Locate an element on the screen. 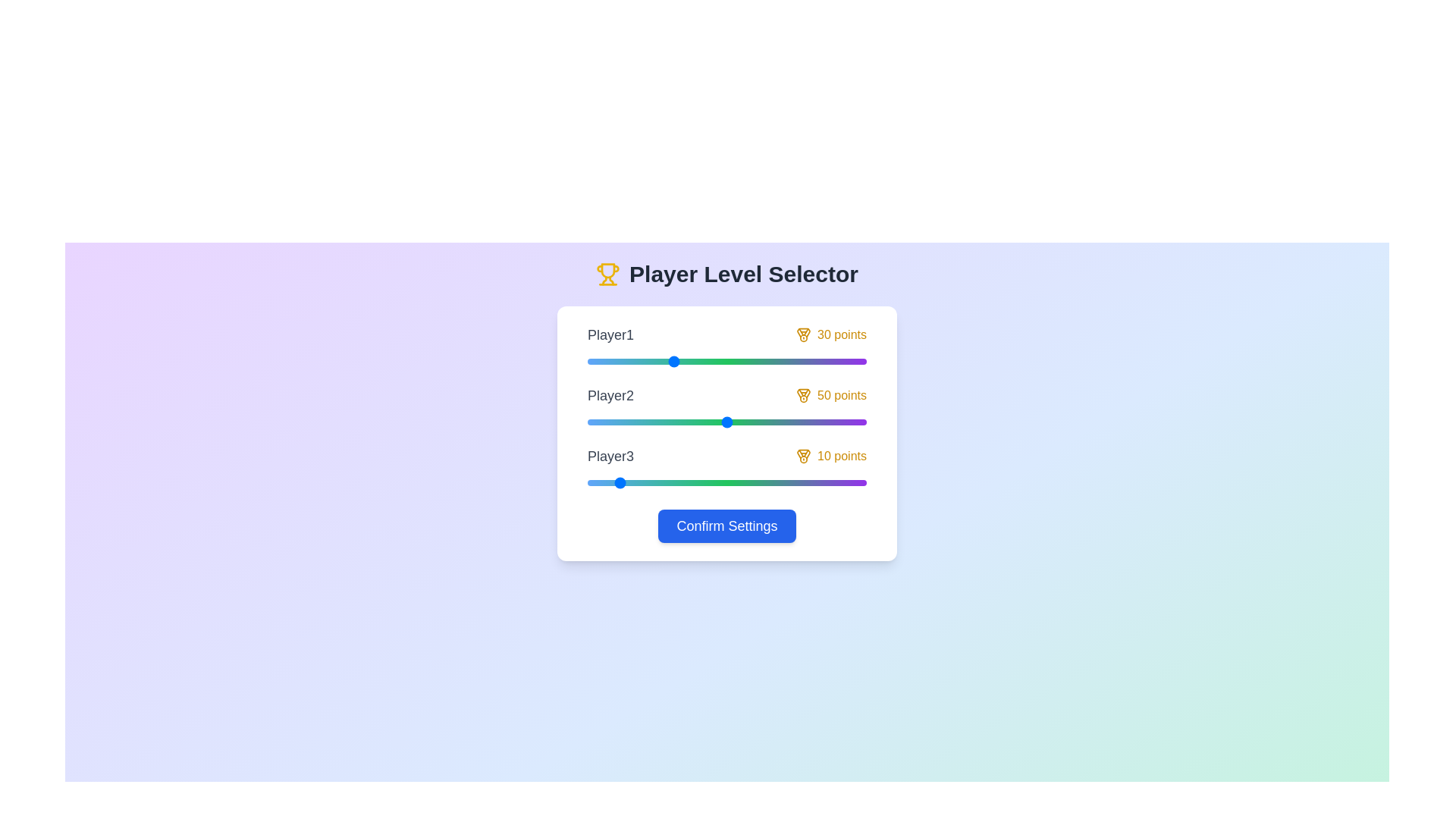  the slider for Player3 to set their level to 29 is located at coordinates (667, 482).